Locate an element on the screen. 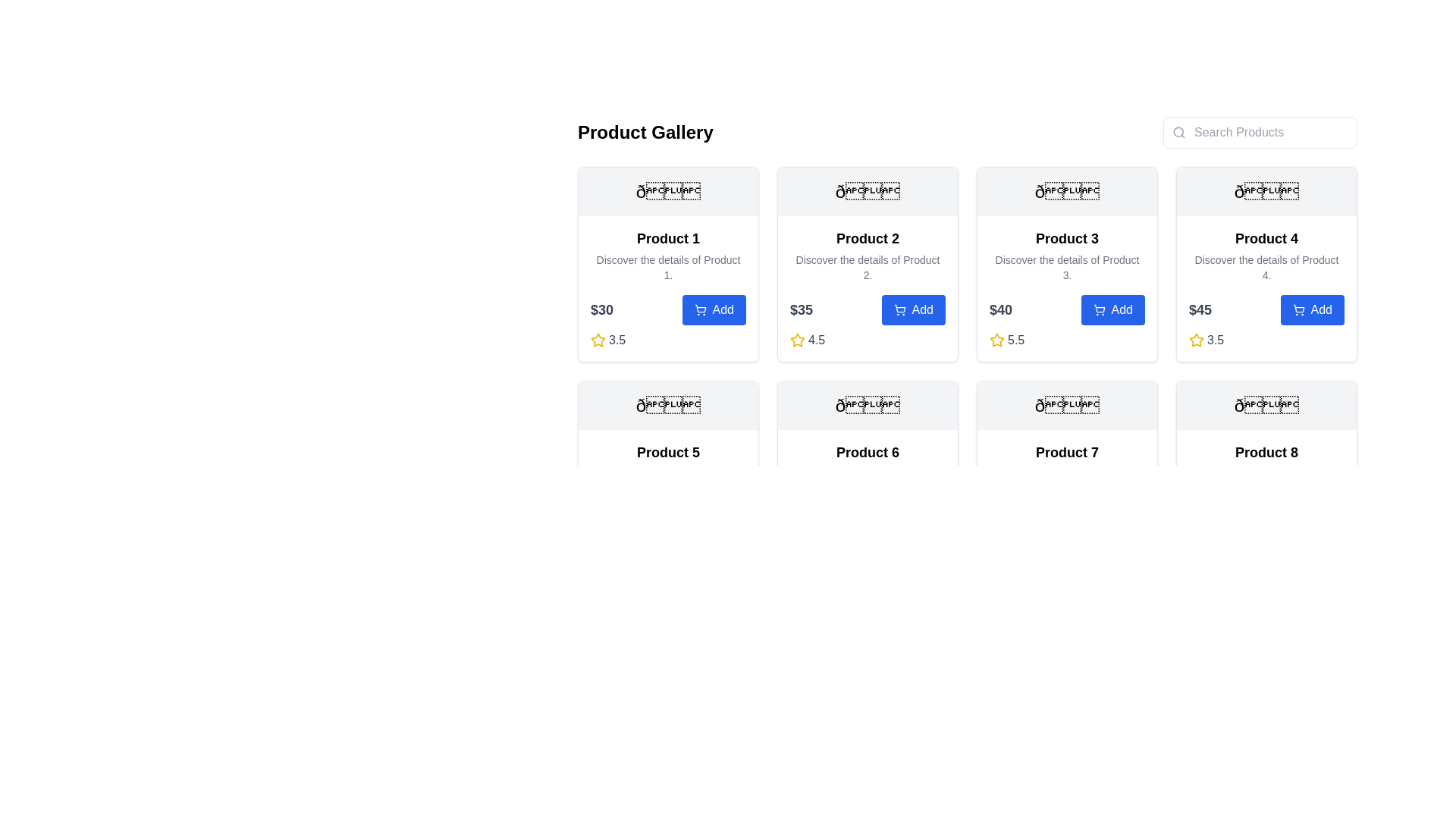 The height and width of the screenshot is (819, 1456). the 'Add' button located in the 'Product 2' card is located at coordinates (912, 309).